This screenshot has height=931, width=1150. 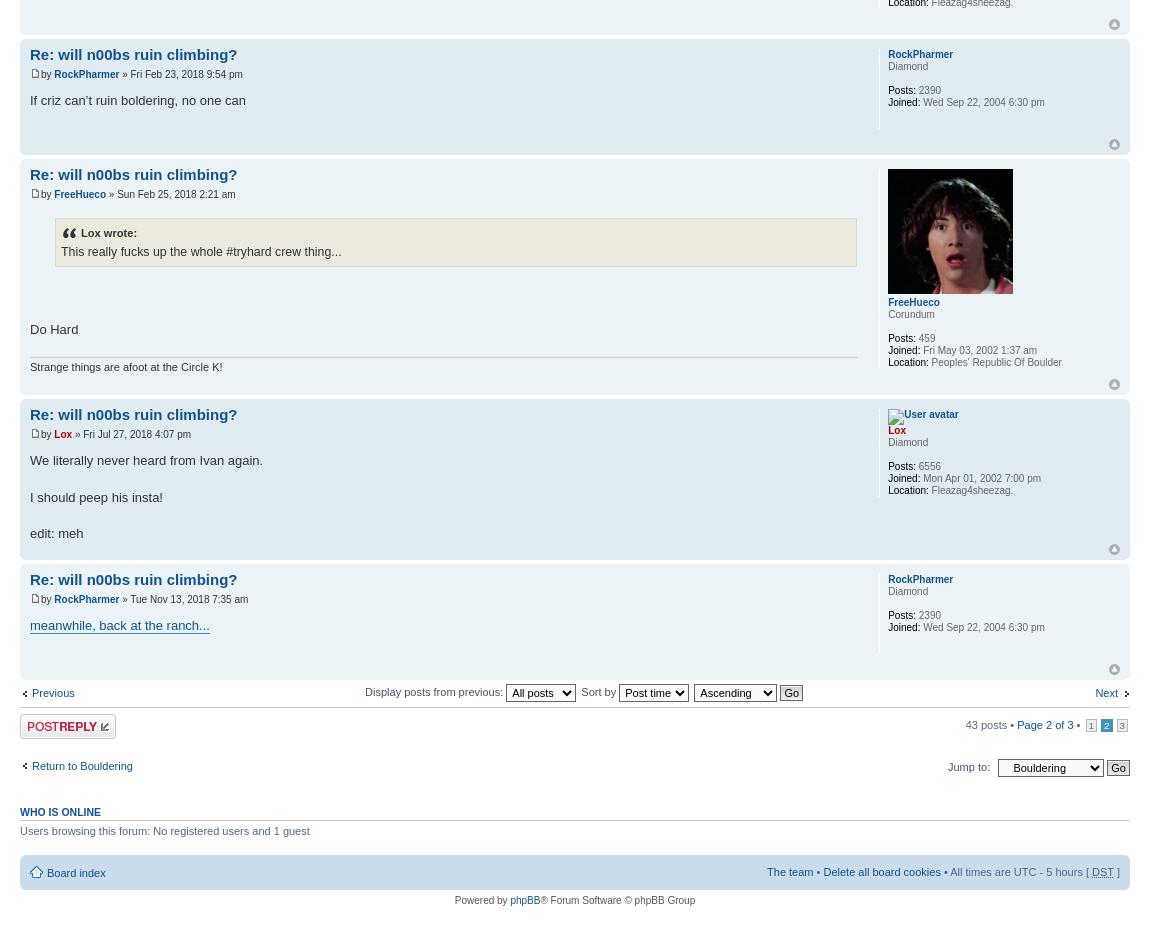 What do you see at coordinates (990, 723) in the screenshot?
I see `'43 posts
			 •'` at bounding box center [990, 723].